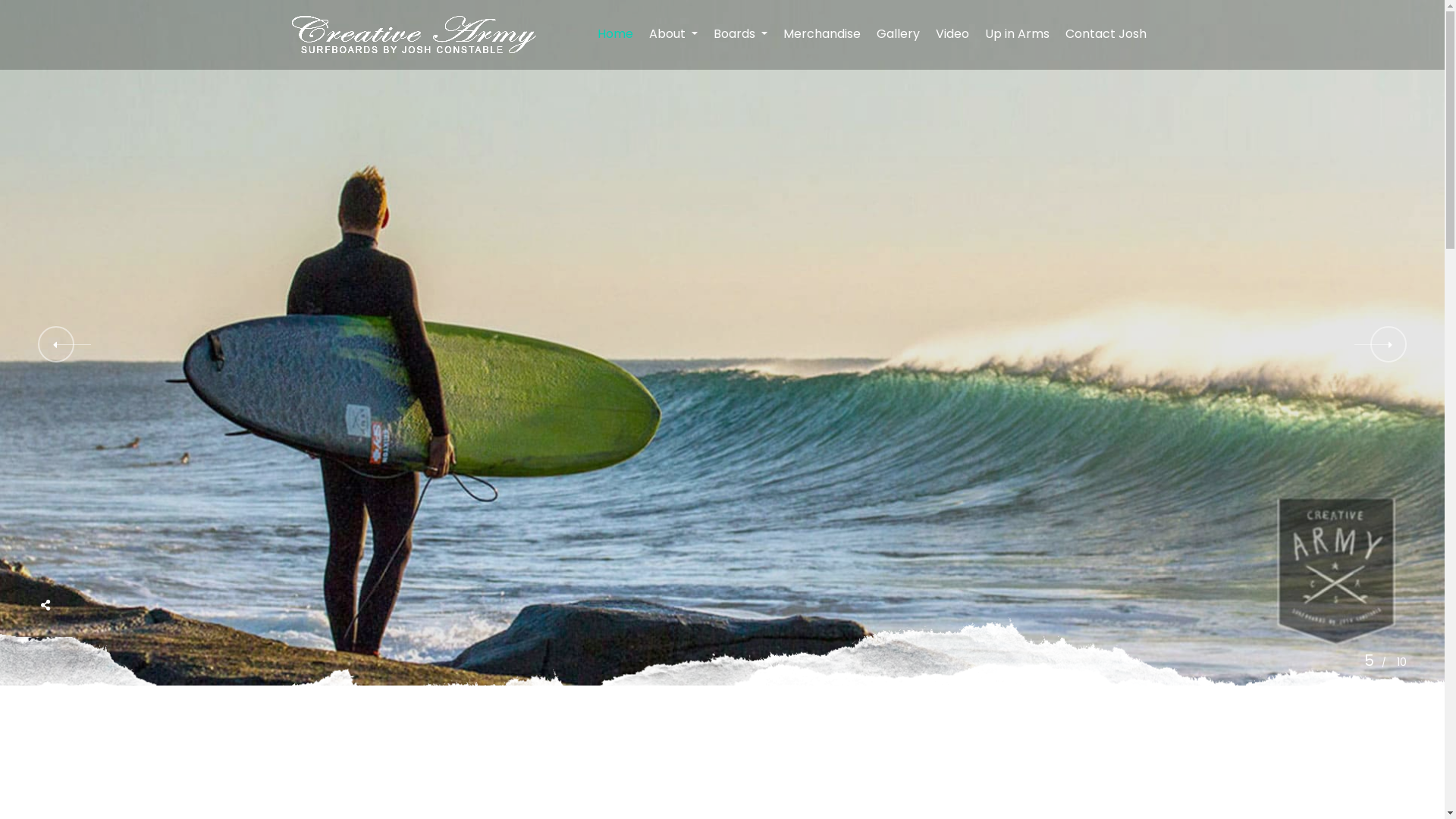 The width and height of the screenshot is (1456, 819). What do you see at coordinates (775, 34) in the screenshot?
I see `'Merchandise'` at bounding box center [775, 34].